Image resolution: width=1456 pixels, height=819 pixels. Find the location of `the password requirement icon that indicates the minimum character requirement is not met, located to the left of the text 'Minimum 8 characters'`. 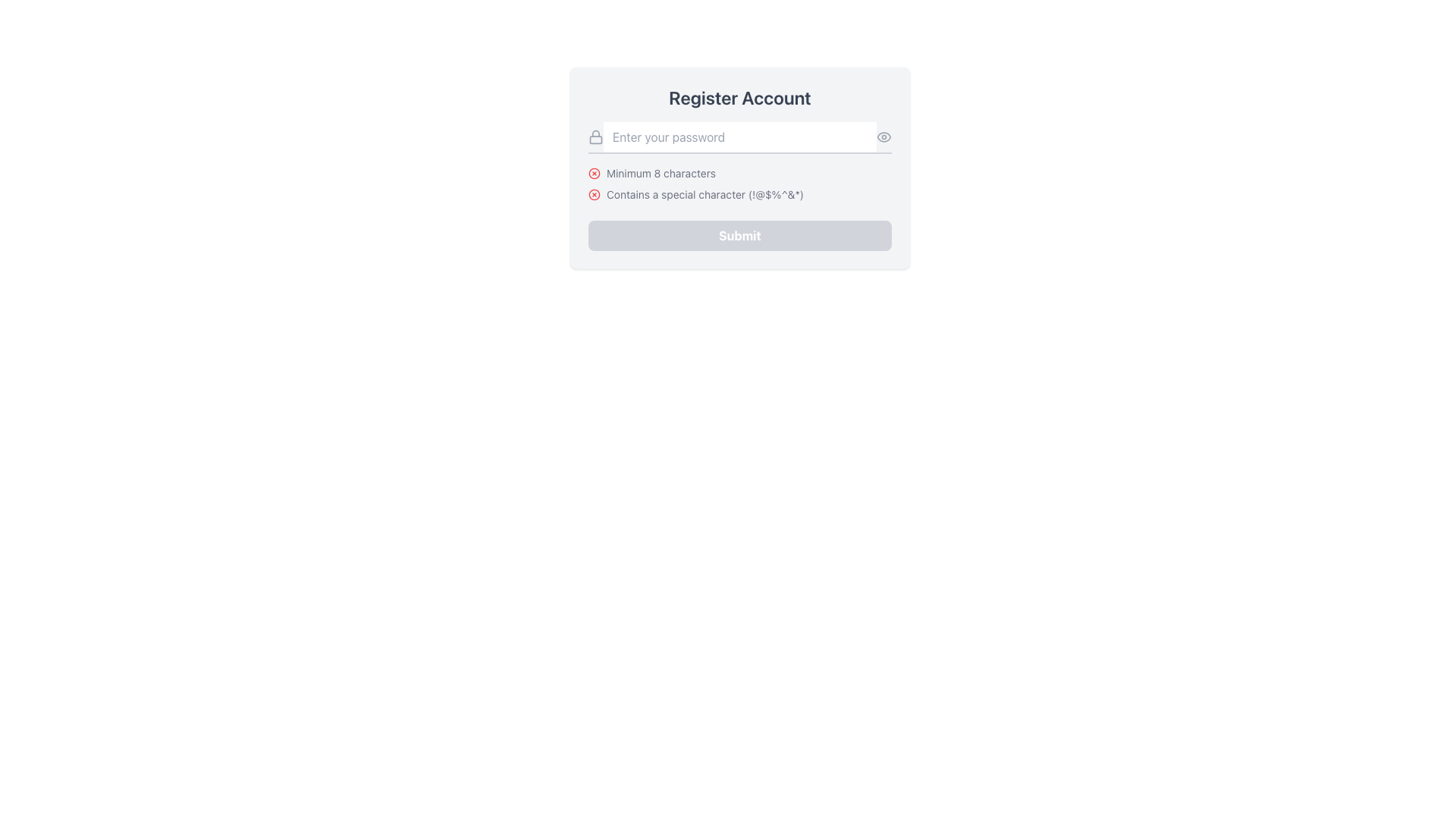

the password requirement icon that indicates the minimum character requirement is not met, located to the left of the text 'Minimum 8 characters' is located at coordinates (593, 172).